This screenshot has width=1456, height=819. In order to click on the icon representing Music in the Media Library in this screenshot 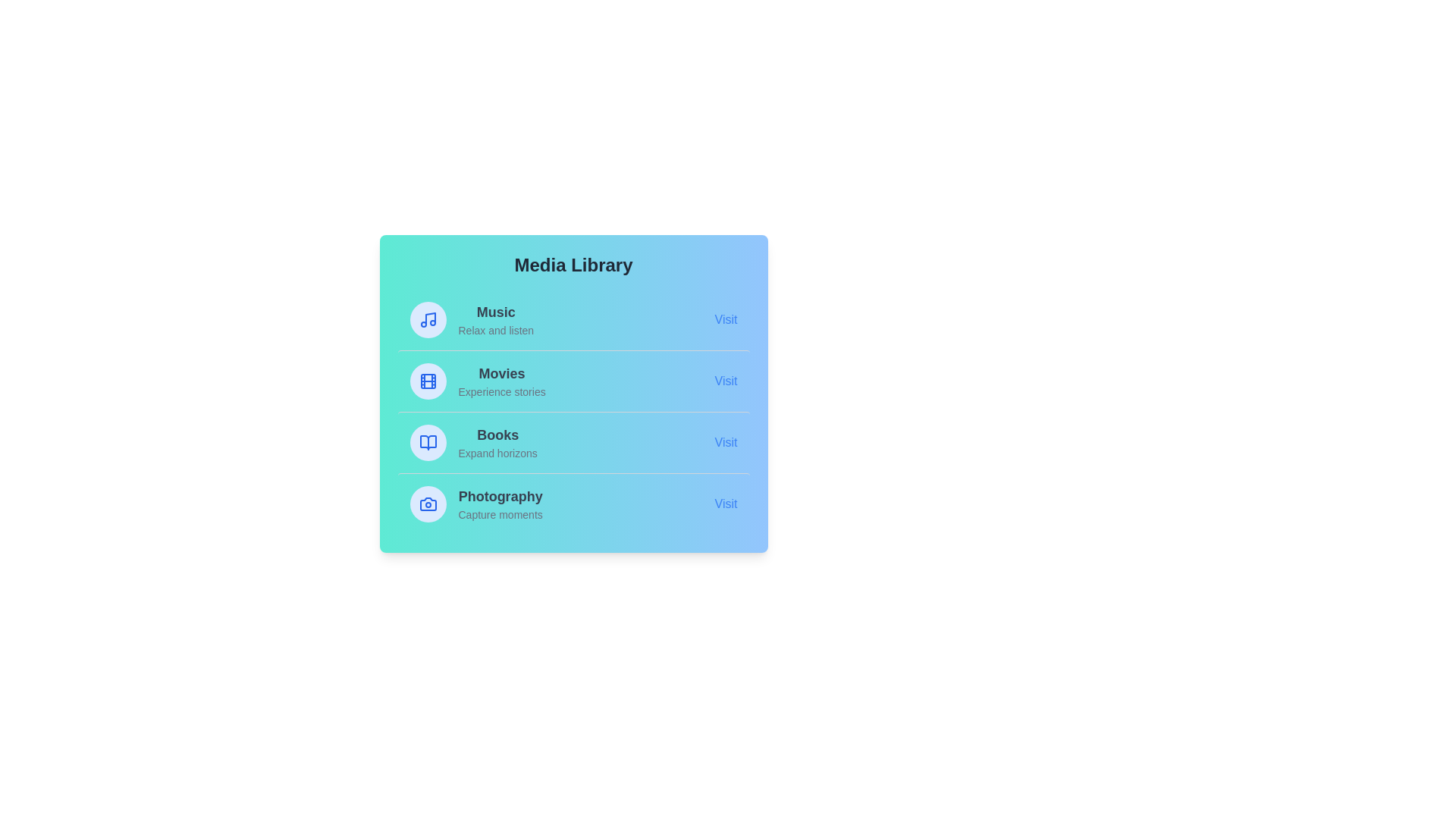, I will do `click(427, 318)`.